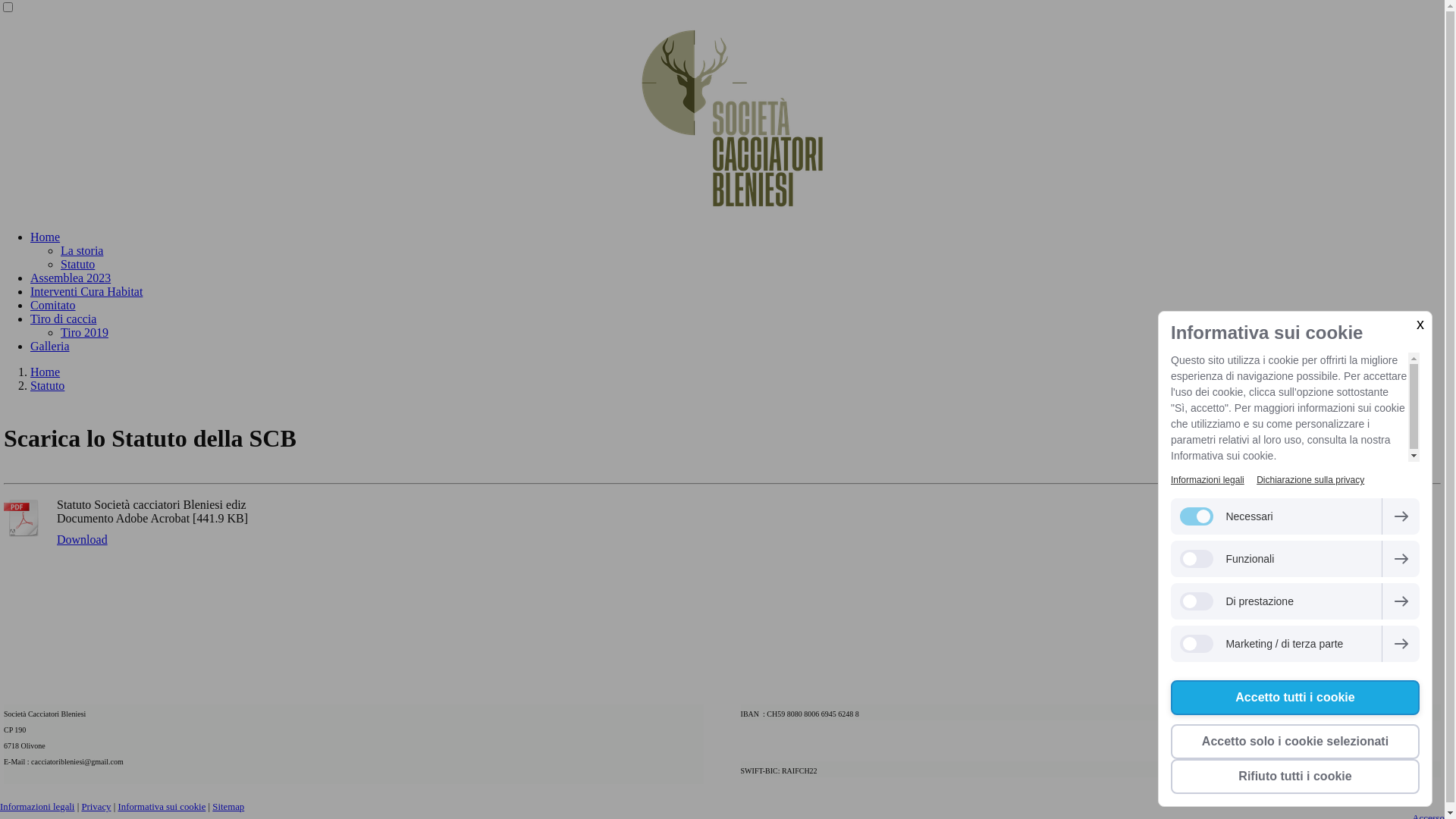 This screenshot has height=819, width=1456. What do you see at coordinates (1310, 479) in the screenshot?
I see `'Dichiarazione sulla privacy'` at bounding box center [1310, 479].